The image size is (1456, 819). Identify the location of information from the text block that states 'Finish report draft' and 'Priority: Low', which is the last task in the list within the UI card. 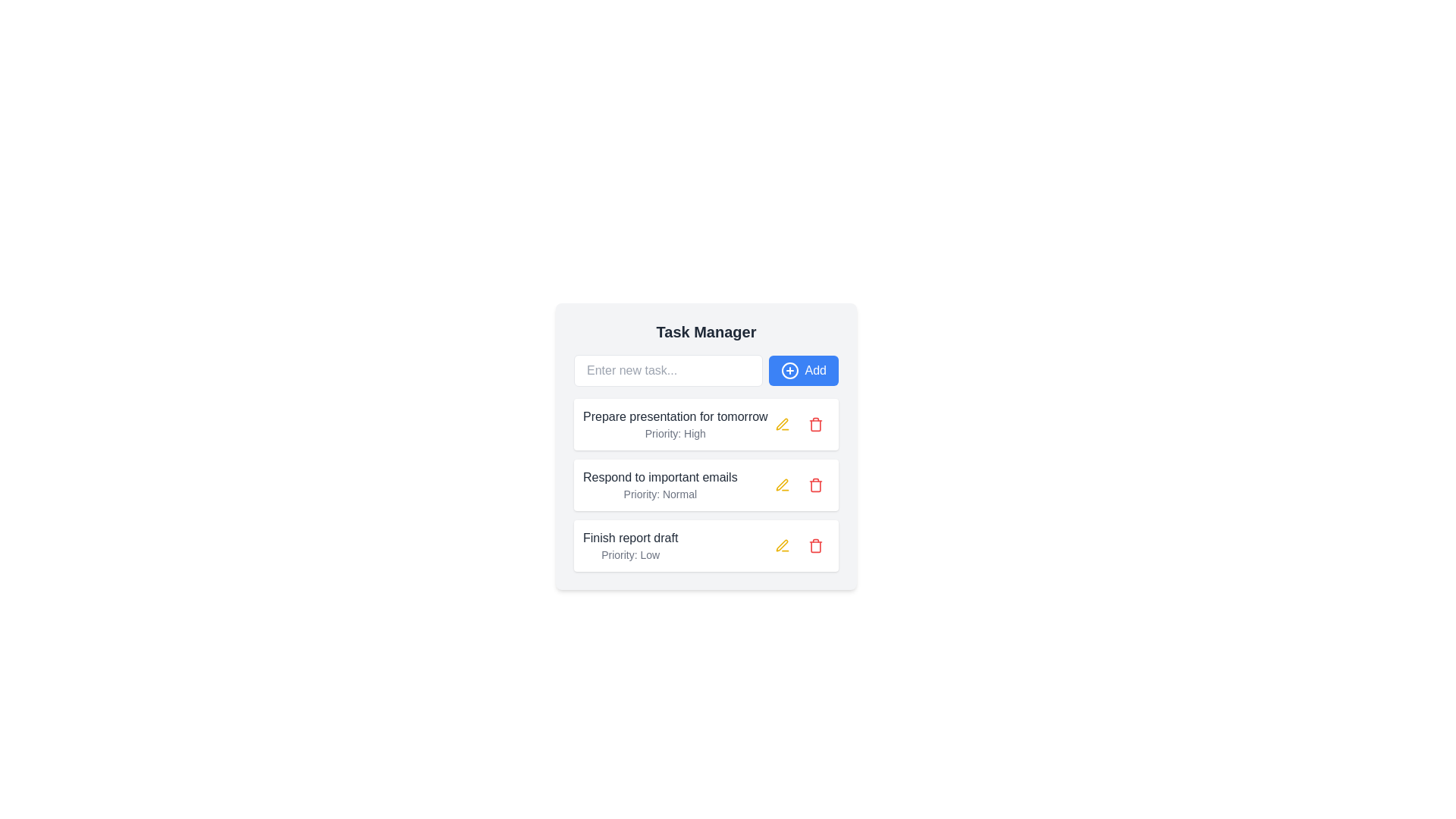
(630, 546).